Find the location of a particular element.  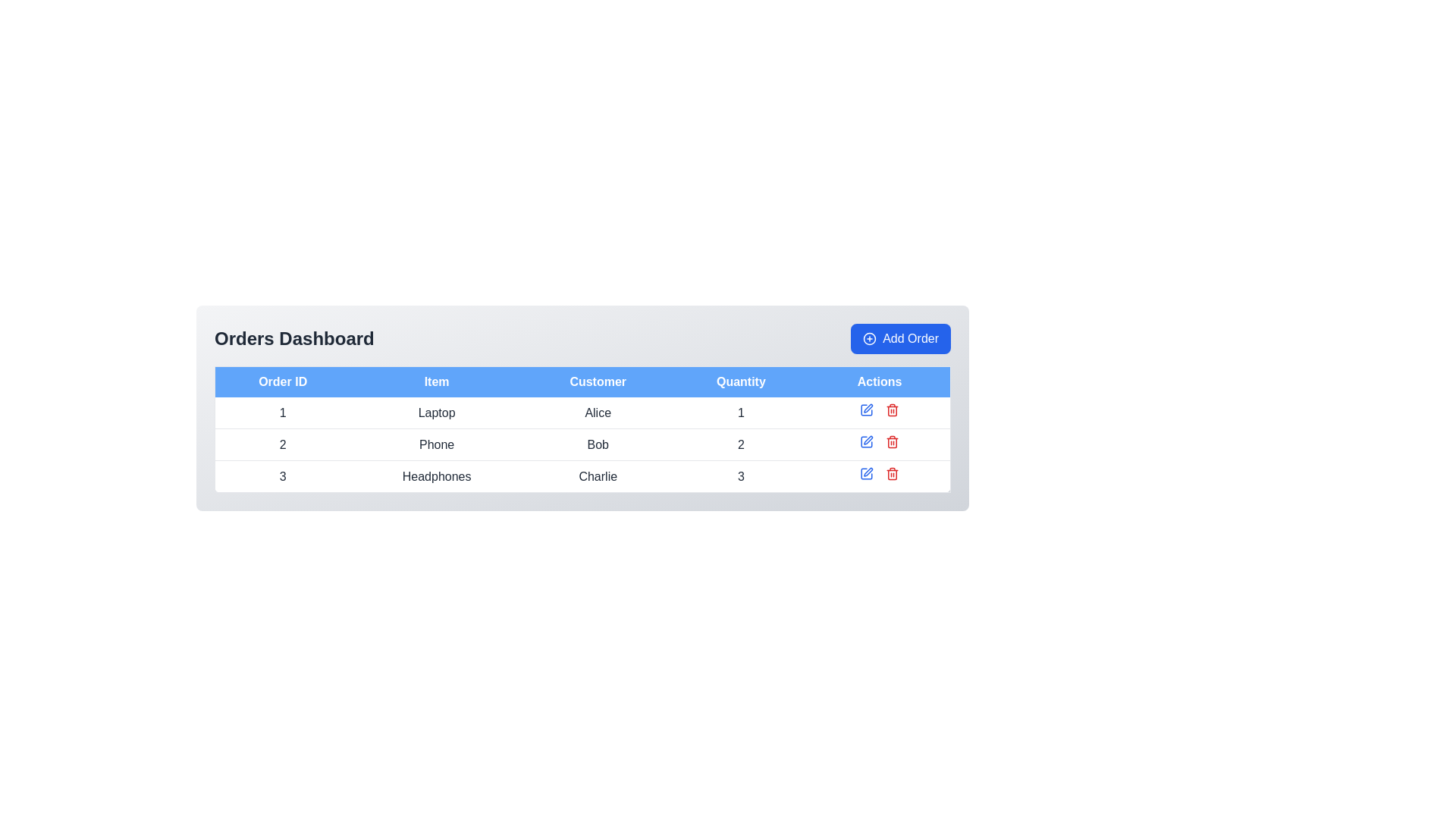

text content of the 'Charlie' text element located in the third row of the table under the 'Customer' column is located at coordinates (597, 475).